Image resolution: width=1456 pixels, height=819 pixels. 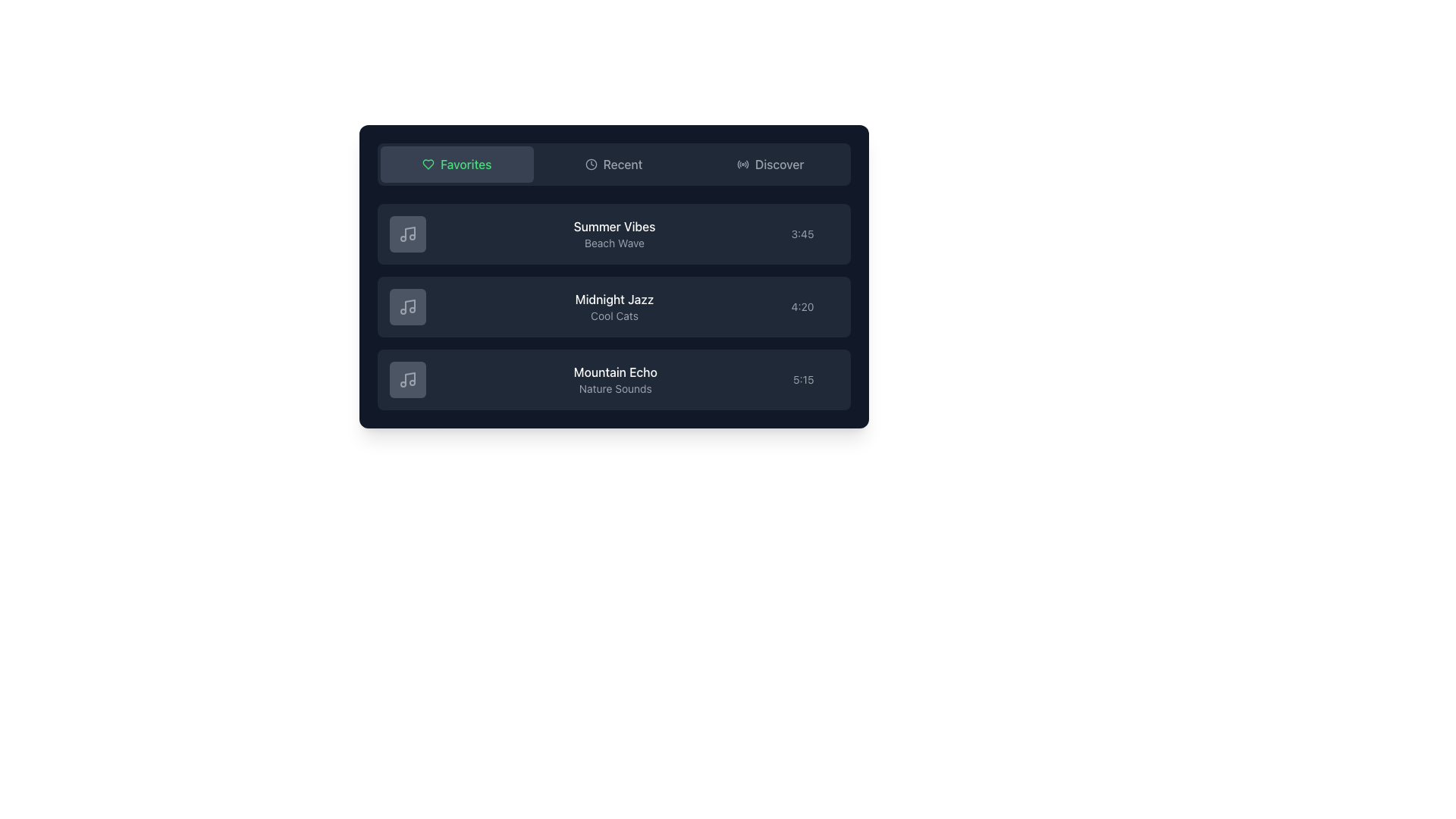 What do you see at coordinates (802, 379) in the screenshot?
I see `the static text label displaying the time '5:15', which is styled in gray and positioned to the left of a circular clickable icon in a dark-themed card interface` at bounding box center [802, 379].